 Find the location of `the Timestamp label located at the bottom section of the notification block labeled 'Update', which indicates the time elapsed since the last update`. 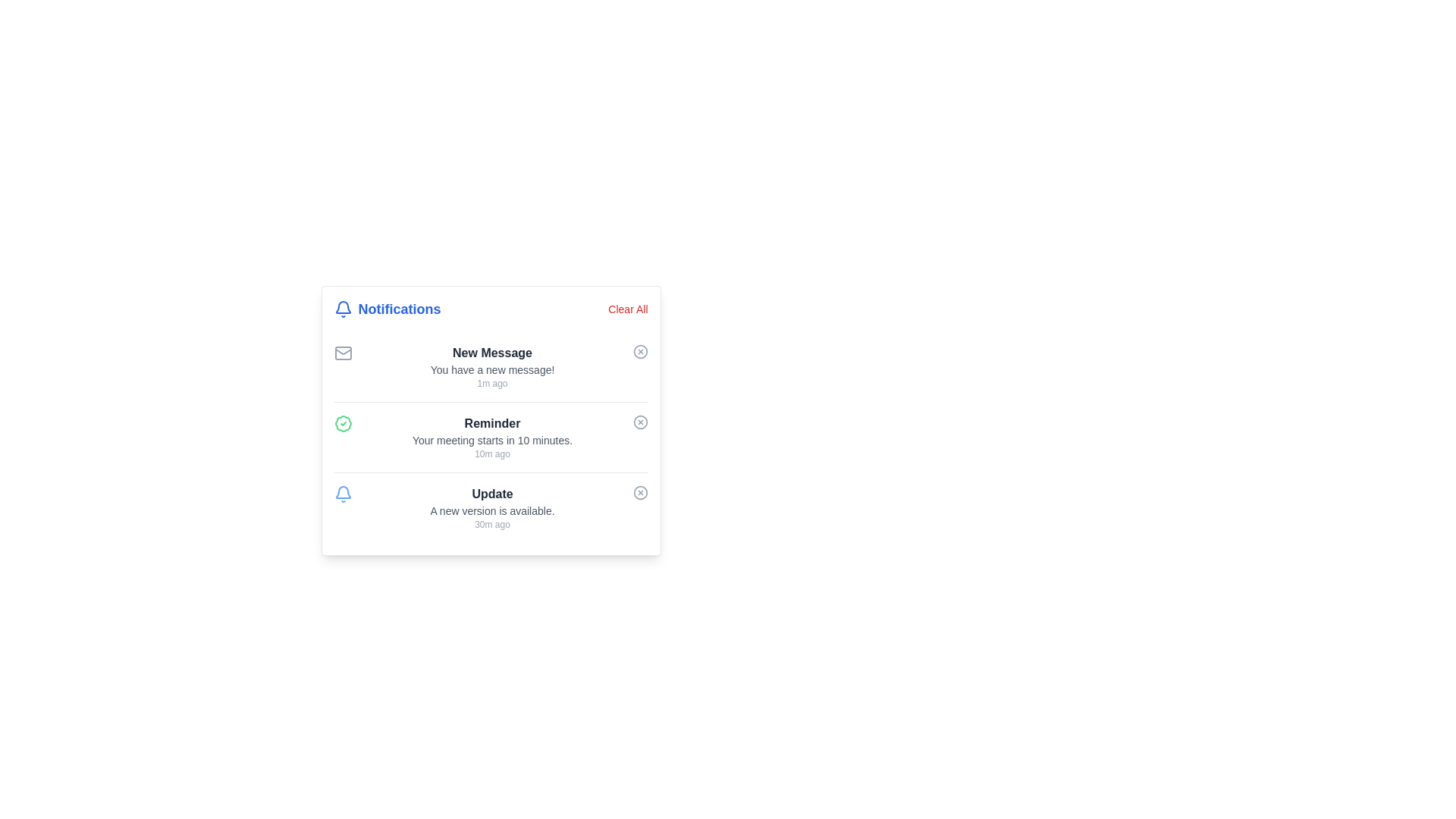

the Timestamp label located at the bottom section of the notification block labeled 'Update', which indicates the time elapsed since the last update is located at coordinates (492, 523).